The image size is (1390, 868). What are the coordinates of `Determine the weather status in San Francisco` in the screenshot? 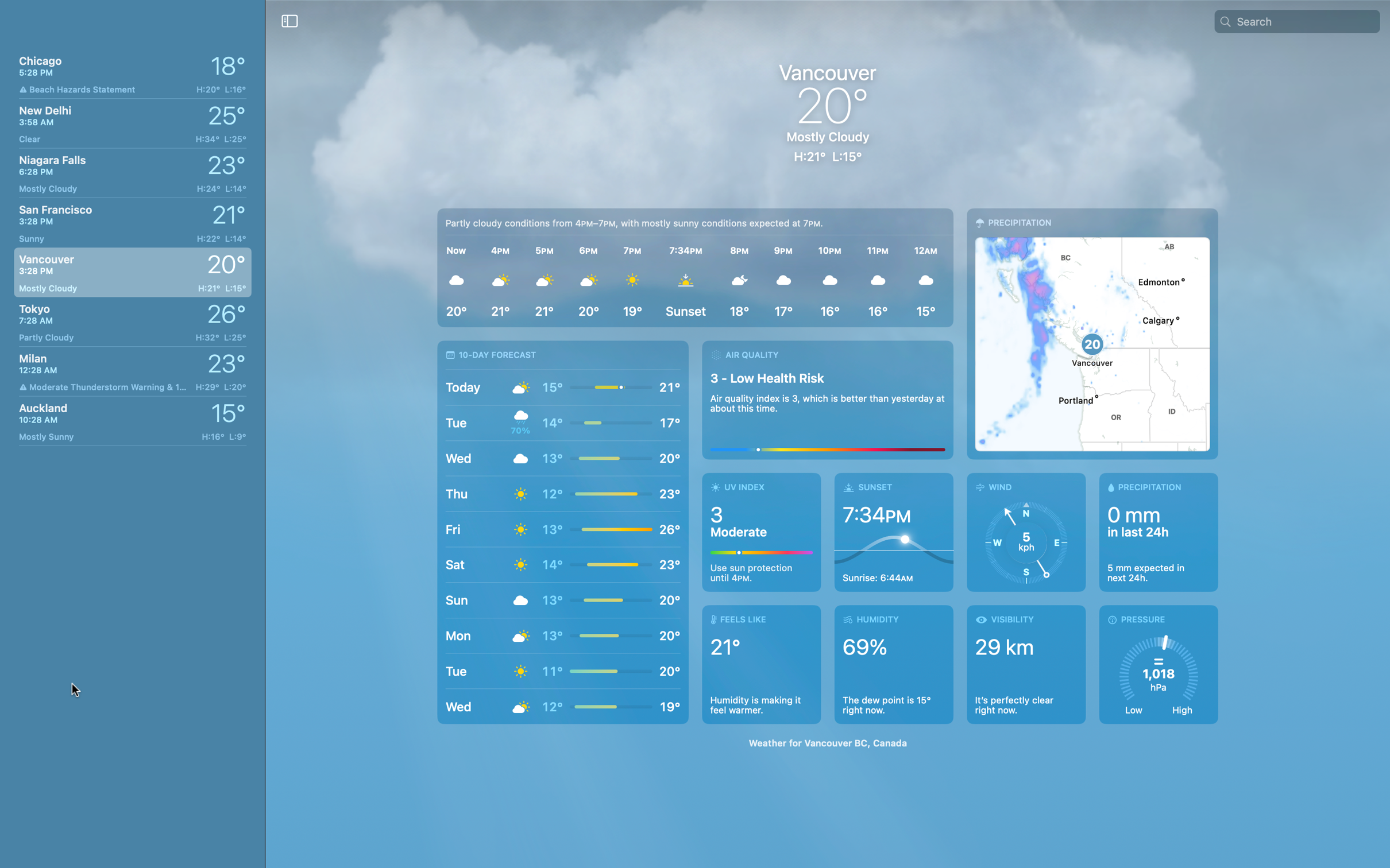 It's located at (130, 219).